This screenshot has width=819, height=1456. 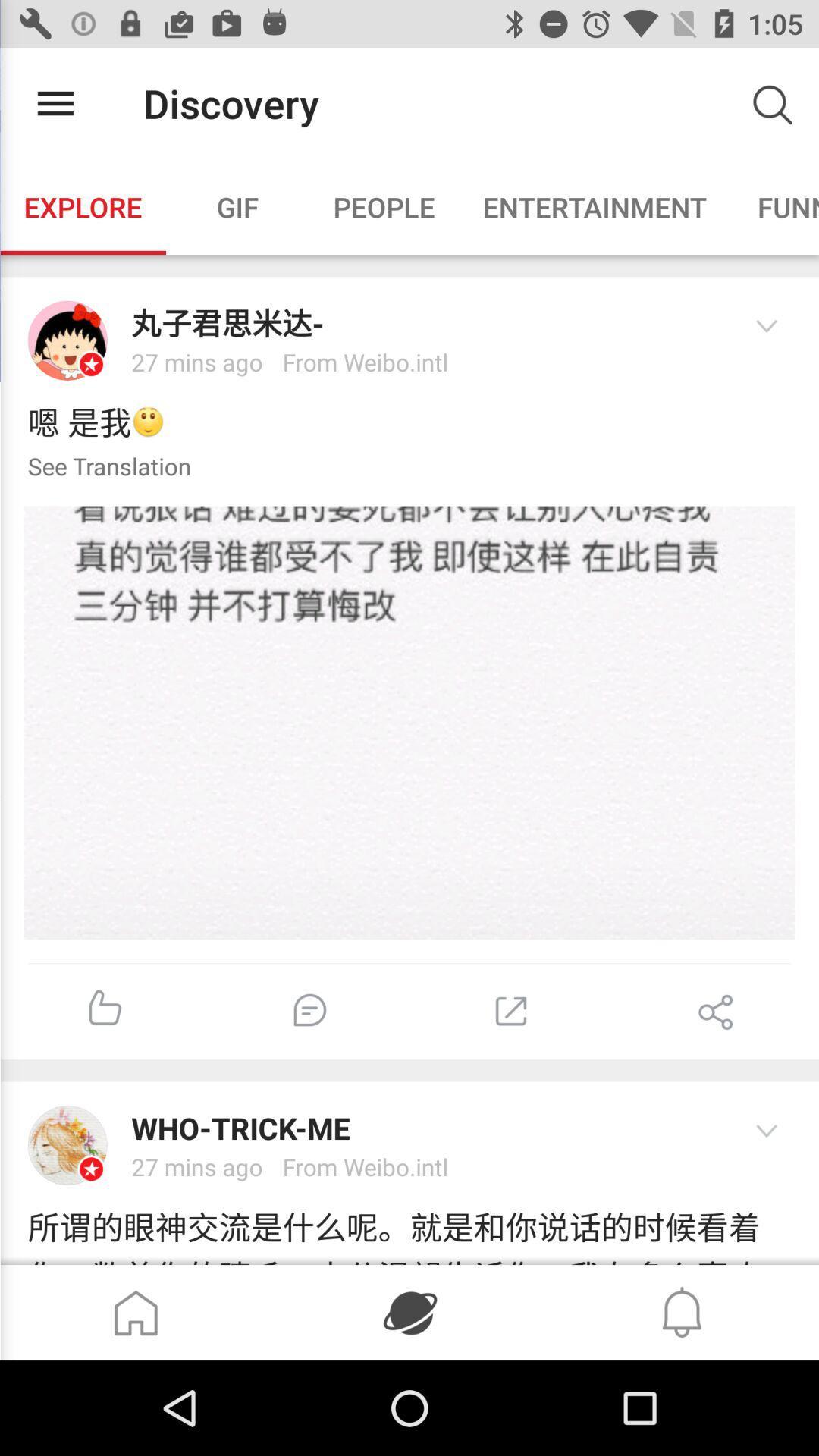 I want to click on the app to the left of discovery, so click(x=55, y=102).